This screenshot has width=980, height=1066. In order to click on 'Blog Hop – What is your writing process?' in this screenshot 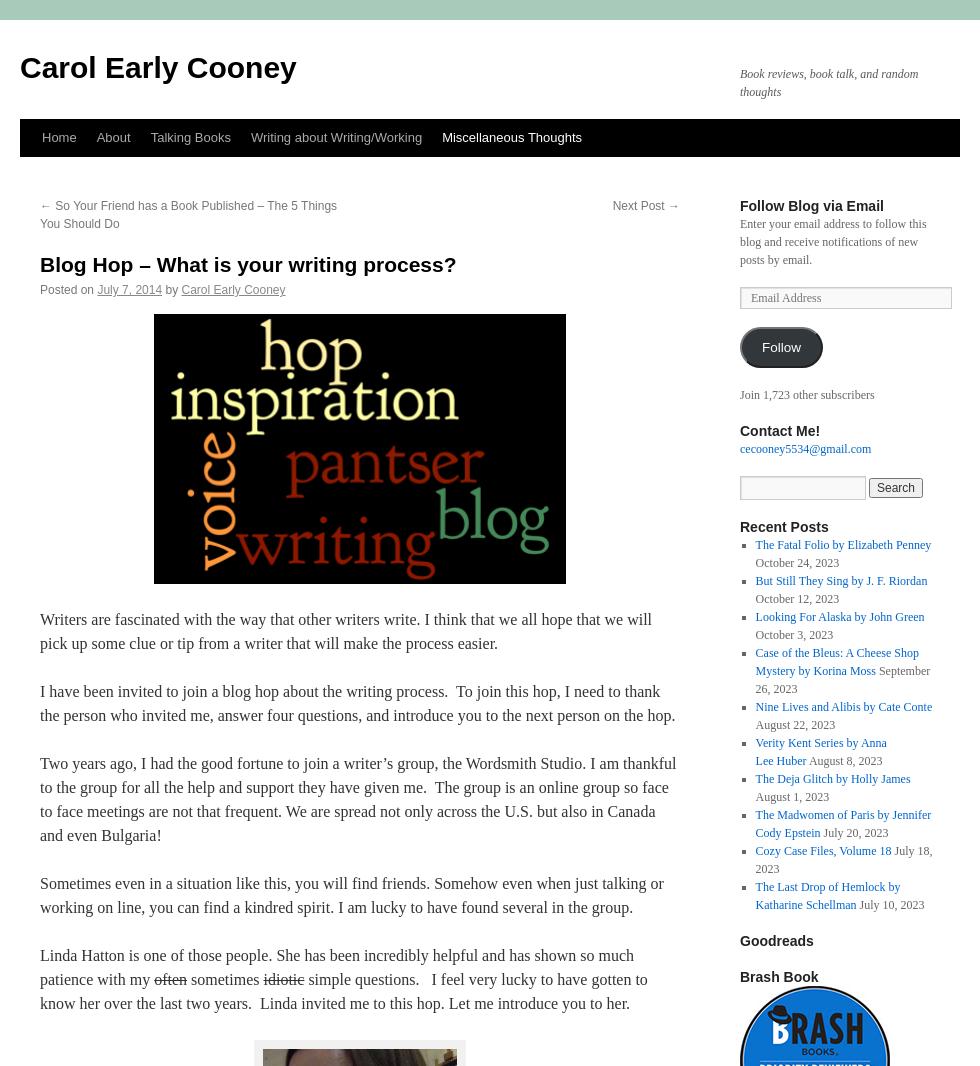, I will do `click(247, 263)`.